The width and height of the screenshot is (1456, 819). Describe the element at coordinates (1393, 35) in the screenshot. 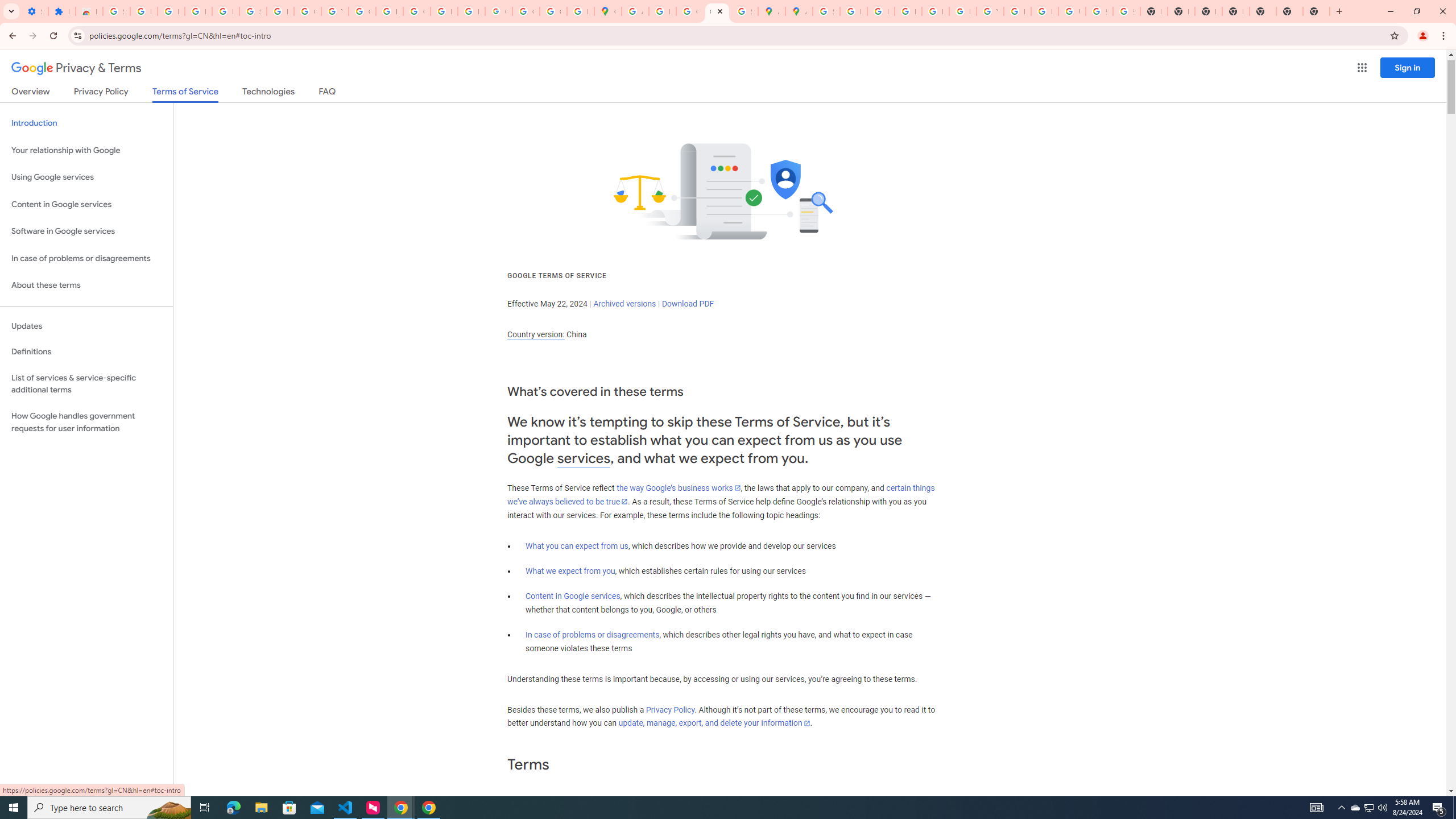

I see `'Bookmark this tab'` at that location.